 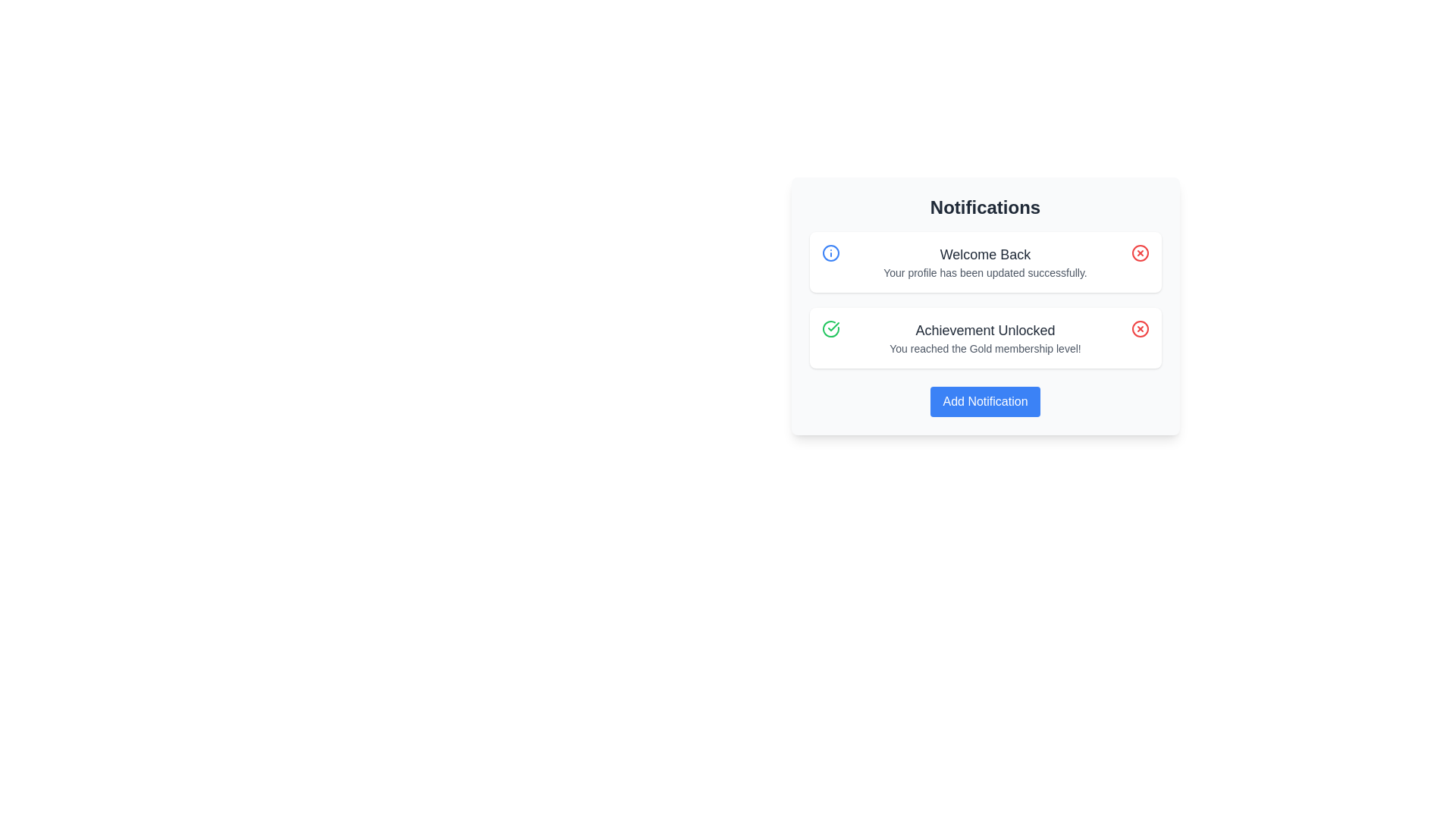 What do you see at coordinates (985, 337) in the screenshot?
I see `the second notification card titled 'Achievement Unlocked' in the notification panel, which contains a green checkmark icon on the left and a red cross icon on the right` at bounding box center [985, 337].